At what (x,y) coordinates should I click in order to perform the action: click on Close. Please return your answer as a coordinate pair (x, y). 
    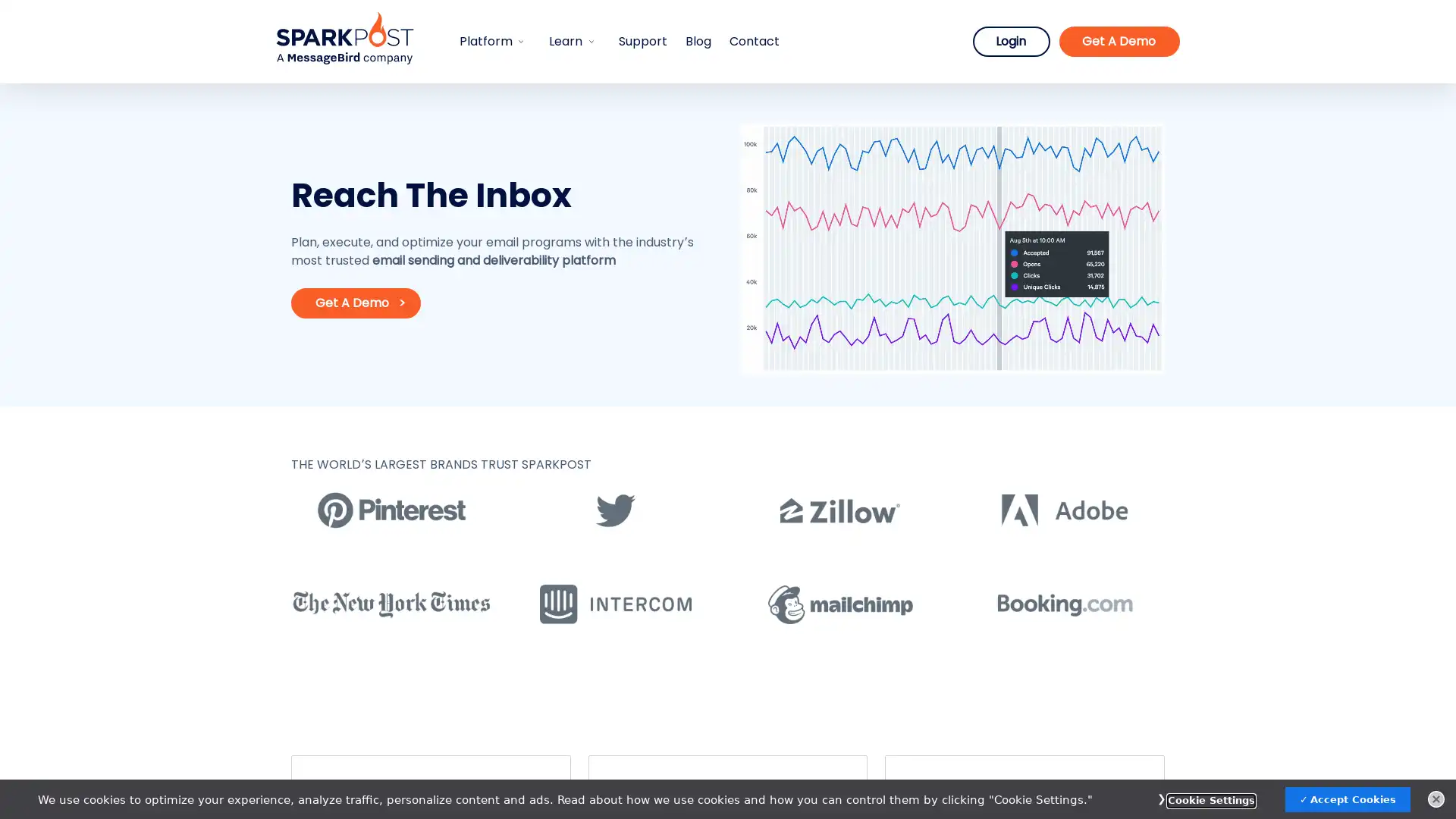
    Looking at the image, I should click on (1436, 798).